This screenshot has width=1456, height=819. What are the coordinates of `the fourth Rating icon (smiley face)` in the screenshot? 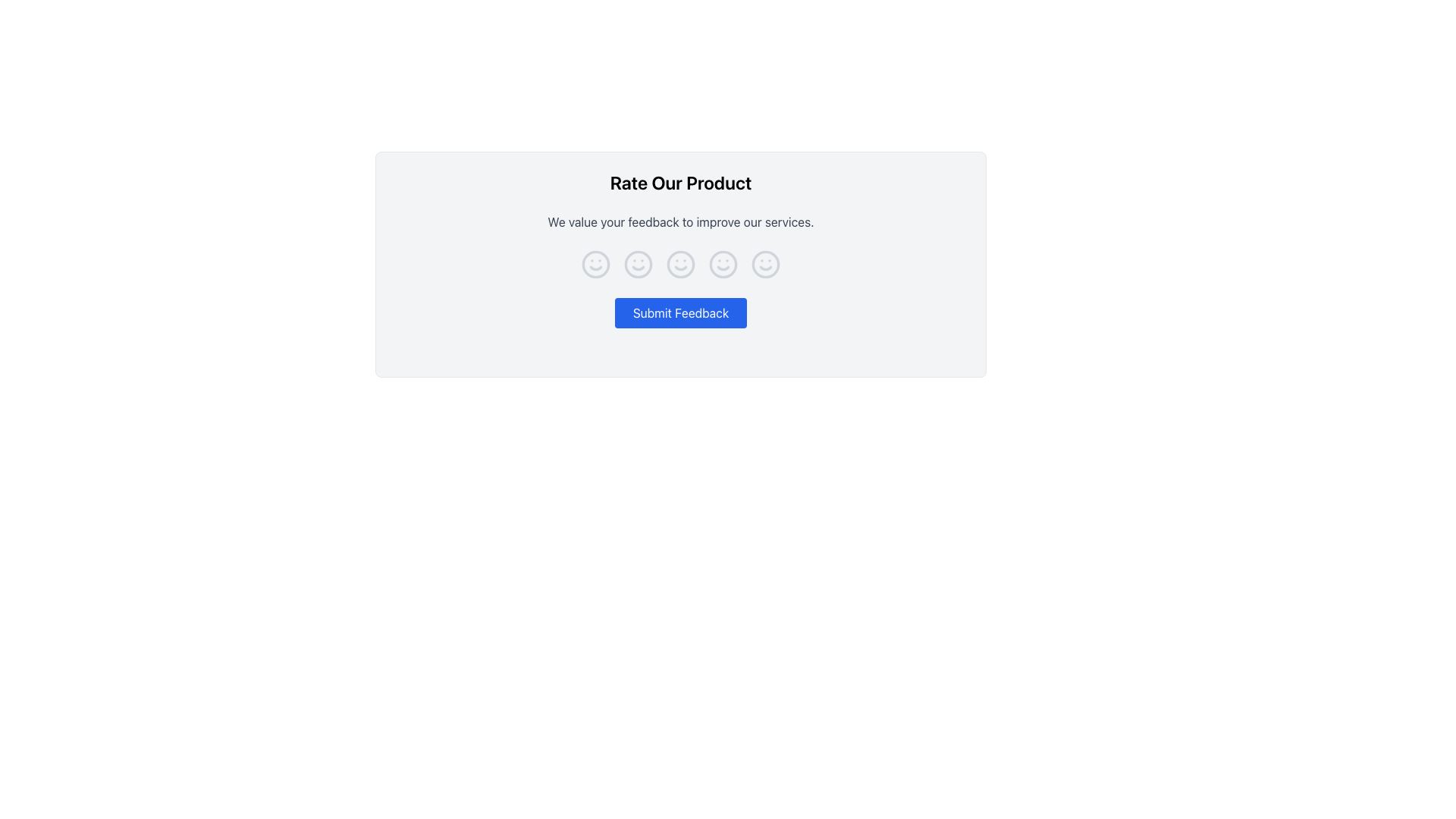 It's located at (723, 263).